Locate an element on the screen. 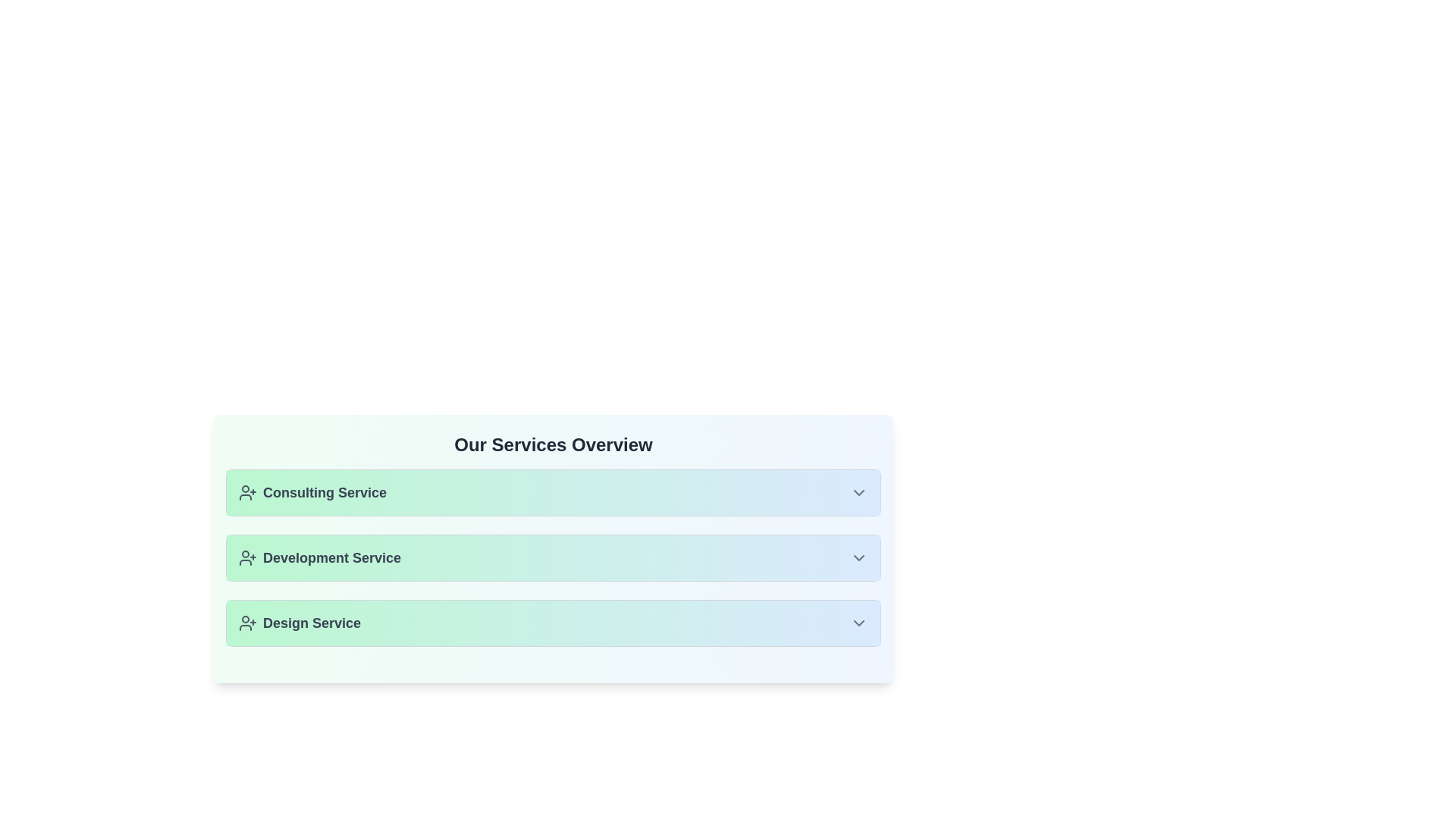 The height and width of the screenshot is (819, 1456). the 'user-plus' icon, which is a circular icon with a '+' symbol, located to the left of the 'Design Service' text in the third row of 'Our Services Overview' is located at coordinates (247, 623).